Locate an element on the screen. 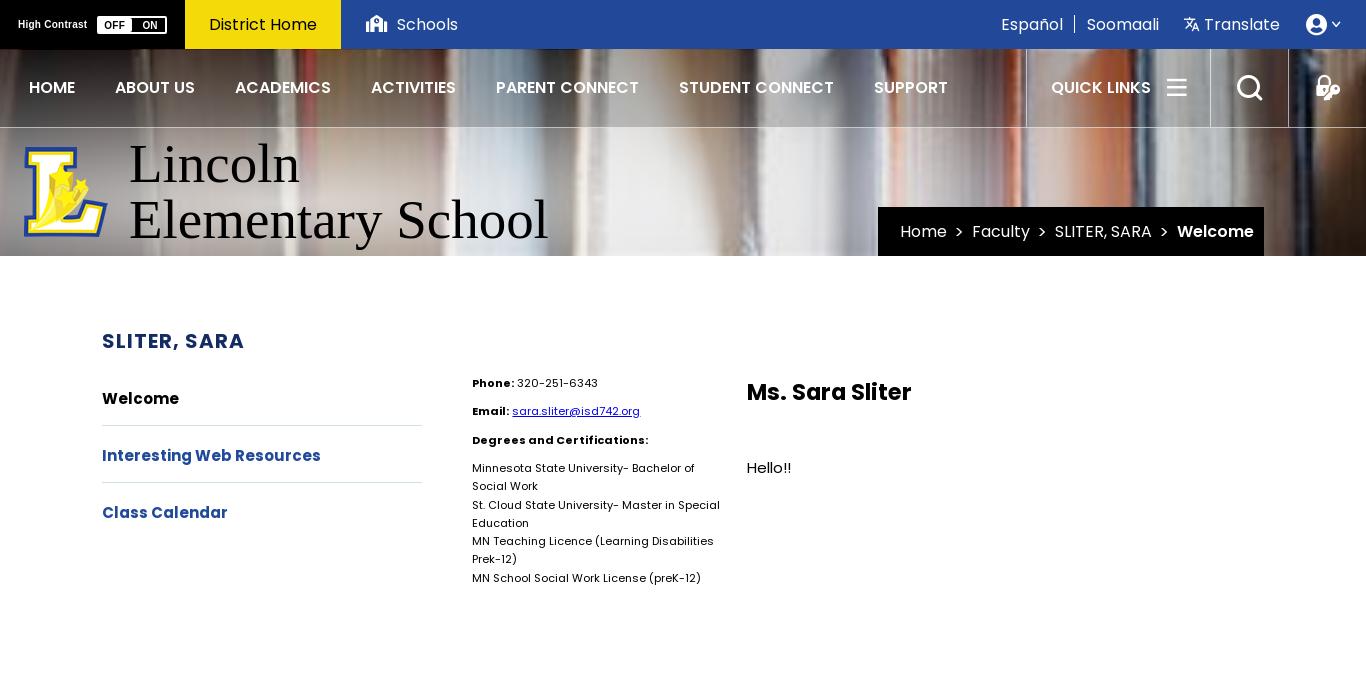 Image resolution: width=1366 pixels, height=675 pixels. 'Elementary School' is located at coordinates (338, 218).